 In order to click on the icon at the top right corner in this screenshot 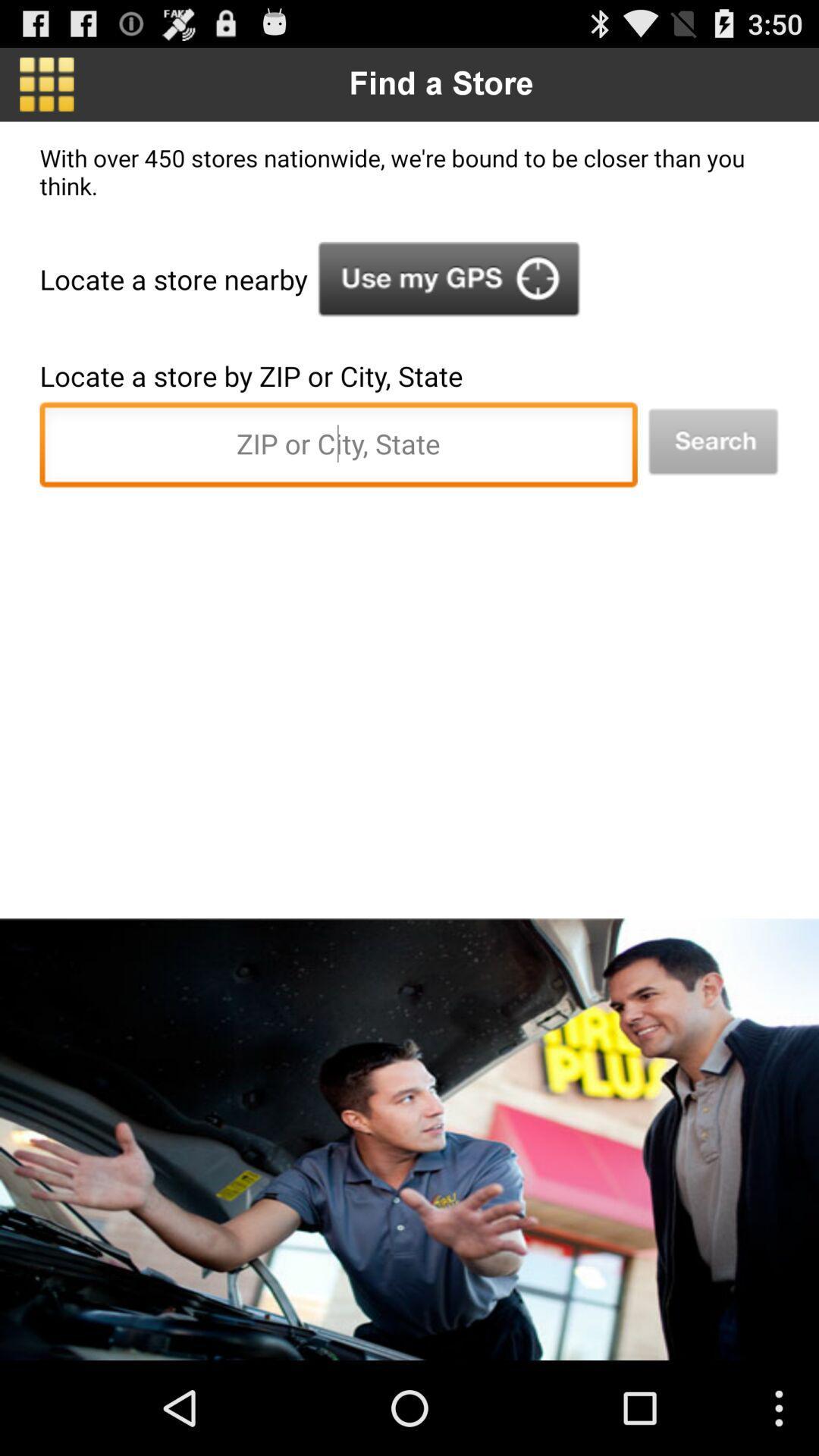, I will do `click(713, 441)`.